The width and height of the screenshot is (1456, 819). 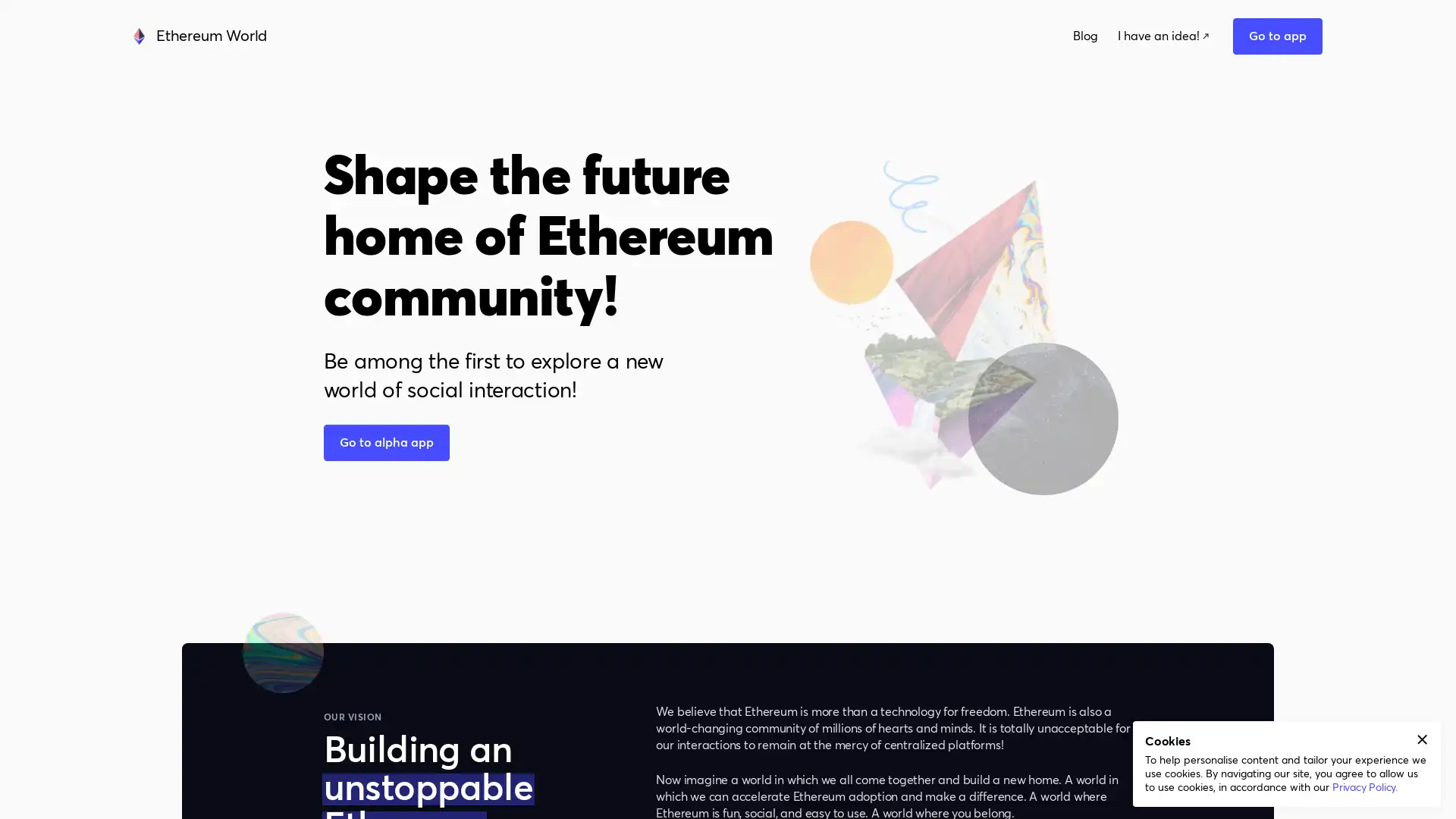 What do you see at coordinates (385, 453) in the screenshot?
I see `button` at bounding box center [385, 453].